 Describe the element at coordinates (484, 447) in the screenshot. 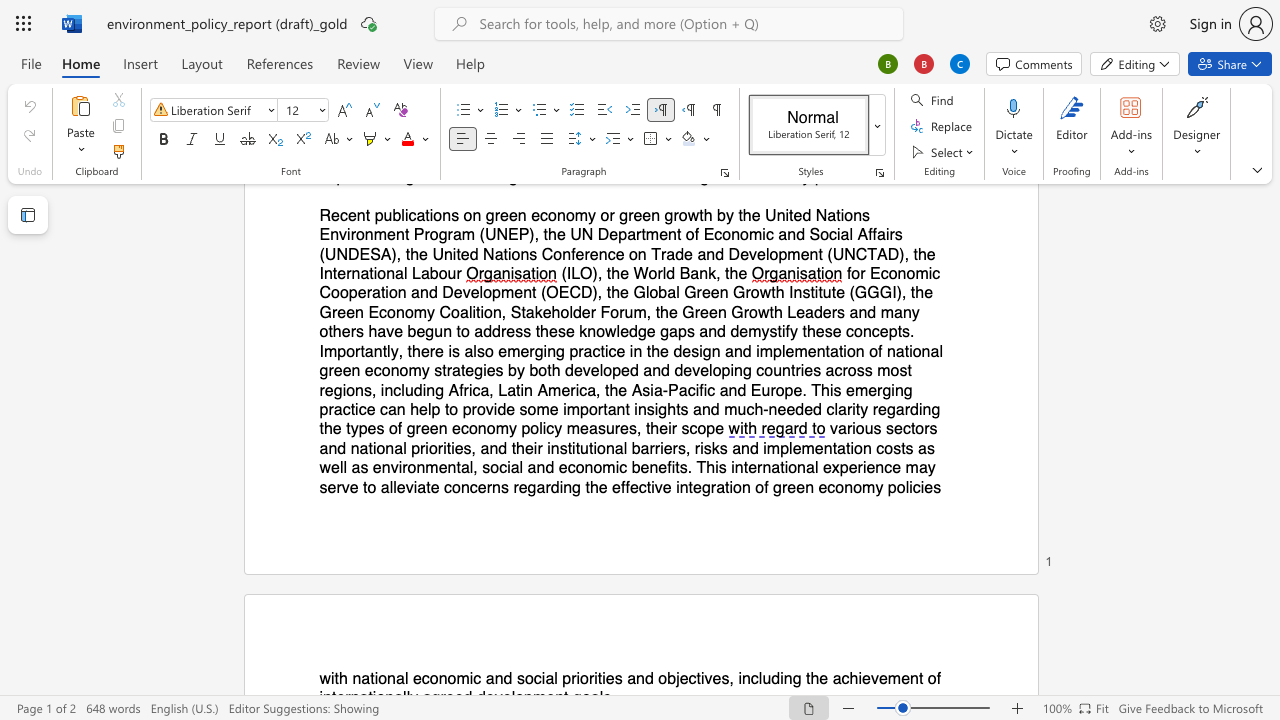

I see `the 5th character "a" in the text` at that location.